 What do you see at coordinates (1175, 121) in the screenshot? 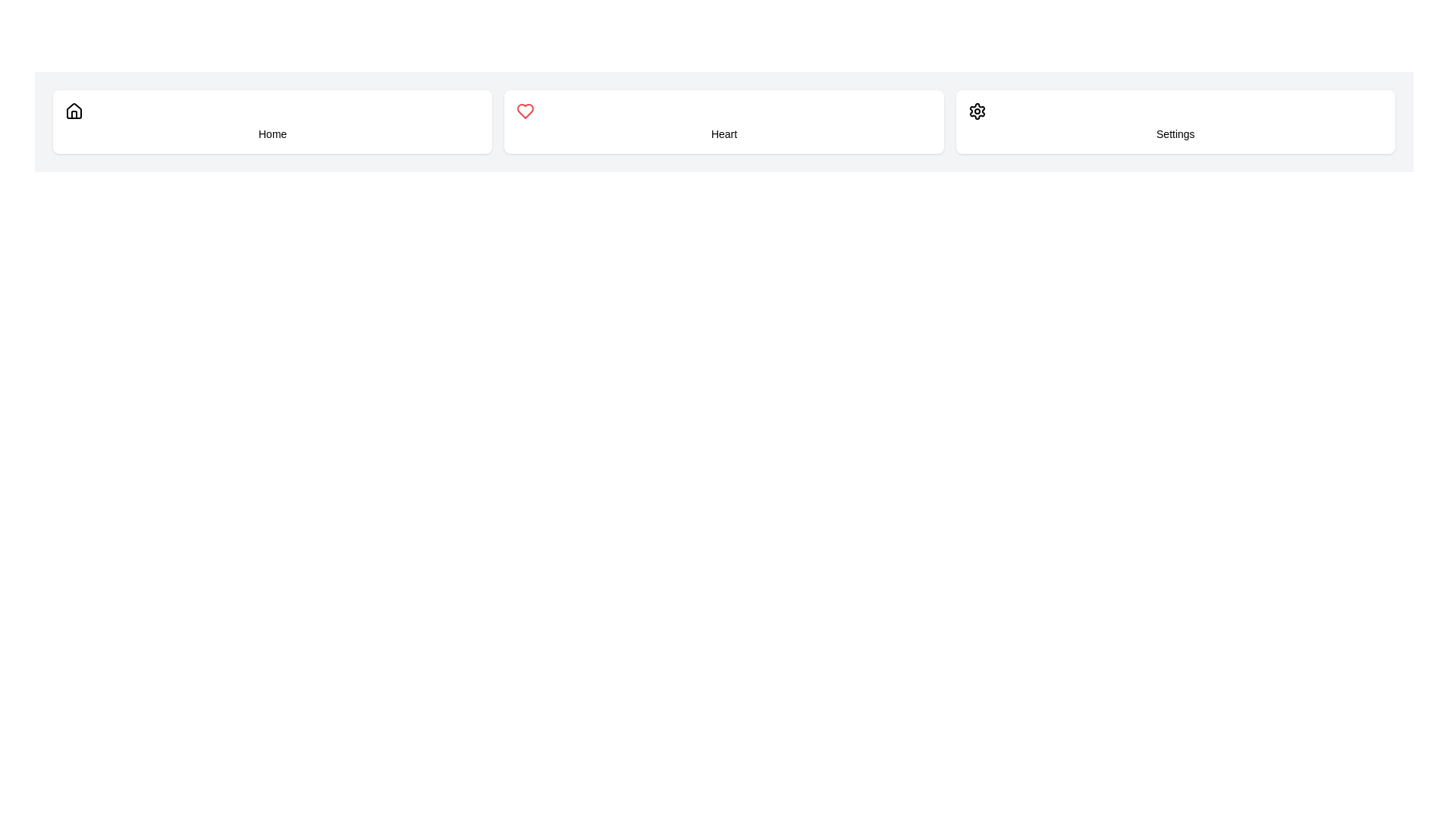
I see `the 'Settings' button` at bounding box center [1175, 121].